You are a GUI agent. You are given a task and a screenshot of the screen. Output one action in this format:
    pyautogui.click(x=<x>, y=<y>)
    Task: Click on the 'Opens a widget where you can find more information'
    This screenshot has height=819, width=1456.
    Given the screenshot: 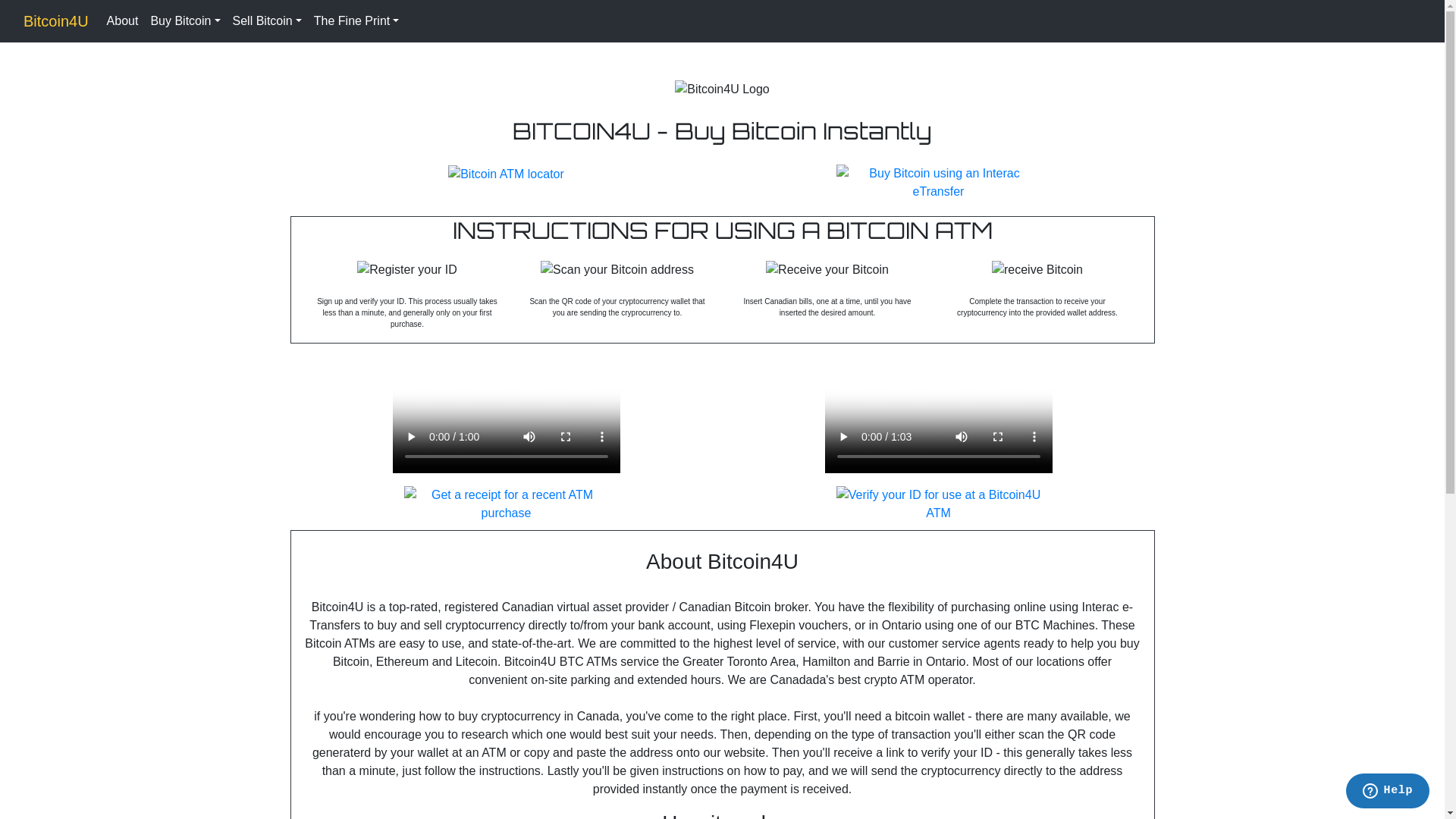 What is the action you would take?
    pyautogui.click(x=1387, y=792)
    